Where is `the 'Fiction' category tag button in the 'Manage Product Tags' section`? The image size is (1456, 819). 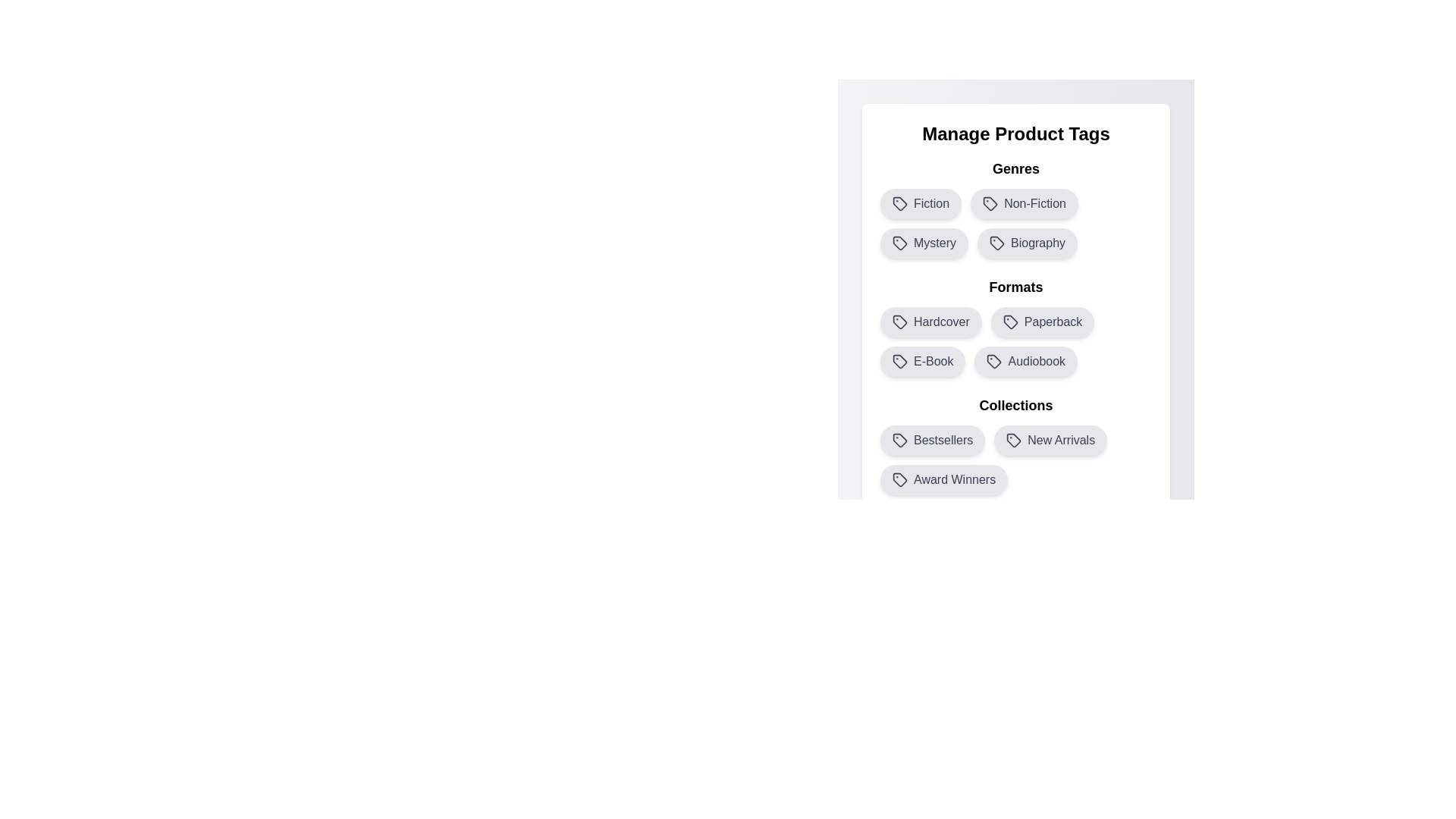
the 'Fiction' category tag button in the 'Manage Product Tags' section is located at coordinates (920, 203).